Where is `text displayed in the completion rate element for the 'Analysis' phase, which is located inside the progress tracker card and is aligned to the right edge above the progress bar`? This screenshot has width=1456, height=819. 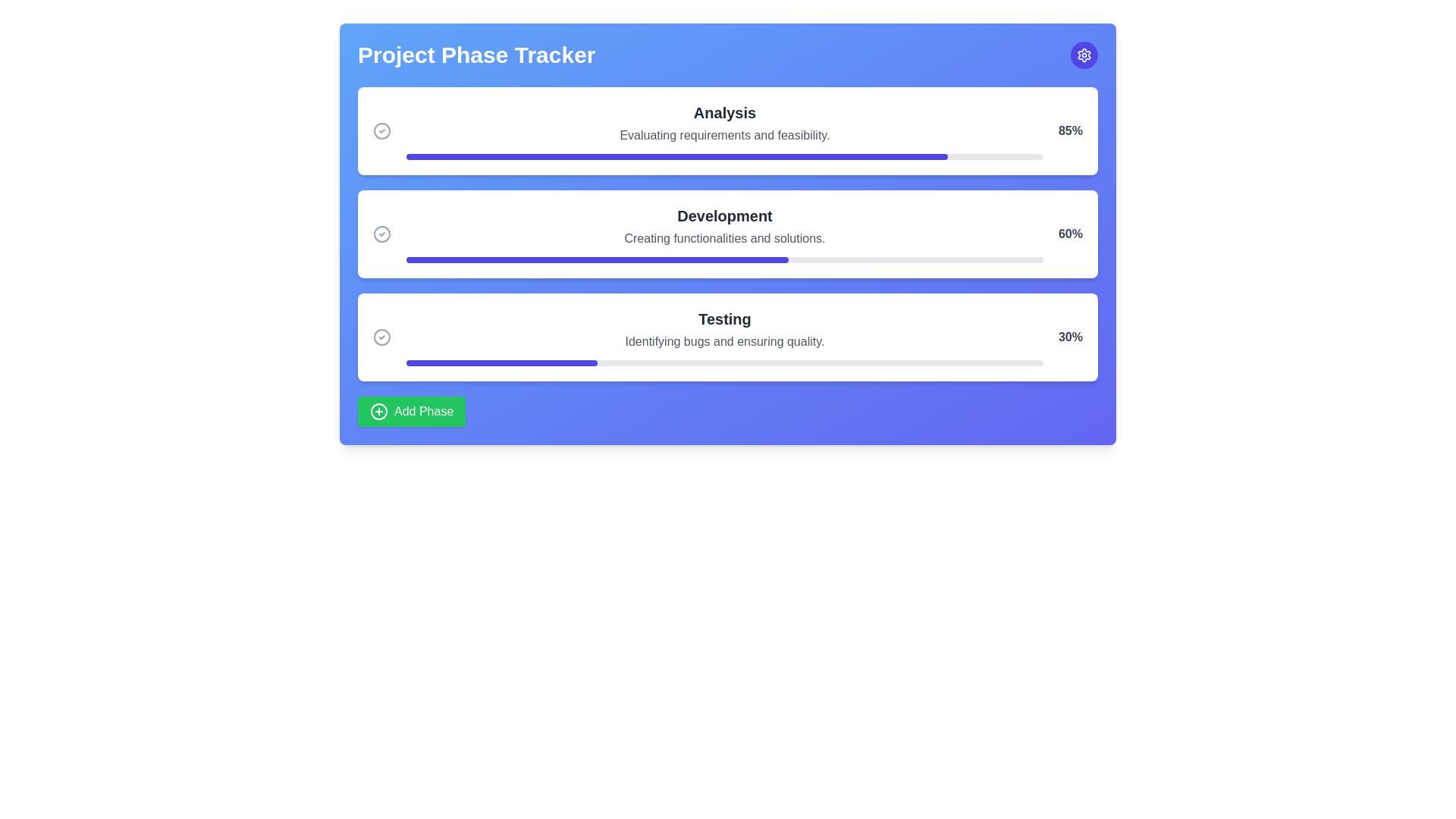
text displayed in the completion rate element for the 'Analysis' phase, which is located inside the progress tracker card and is aligned to the right edge above the progress bar is located at coordinates (1069, 130).